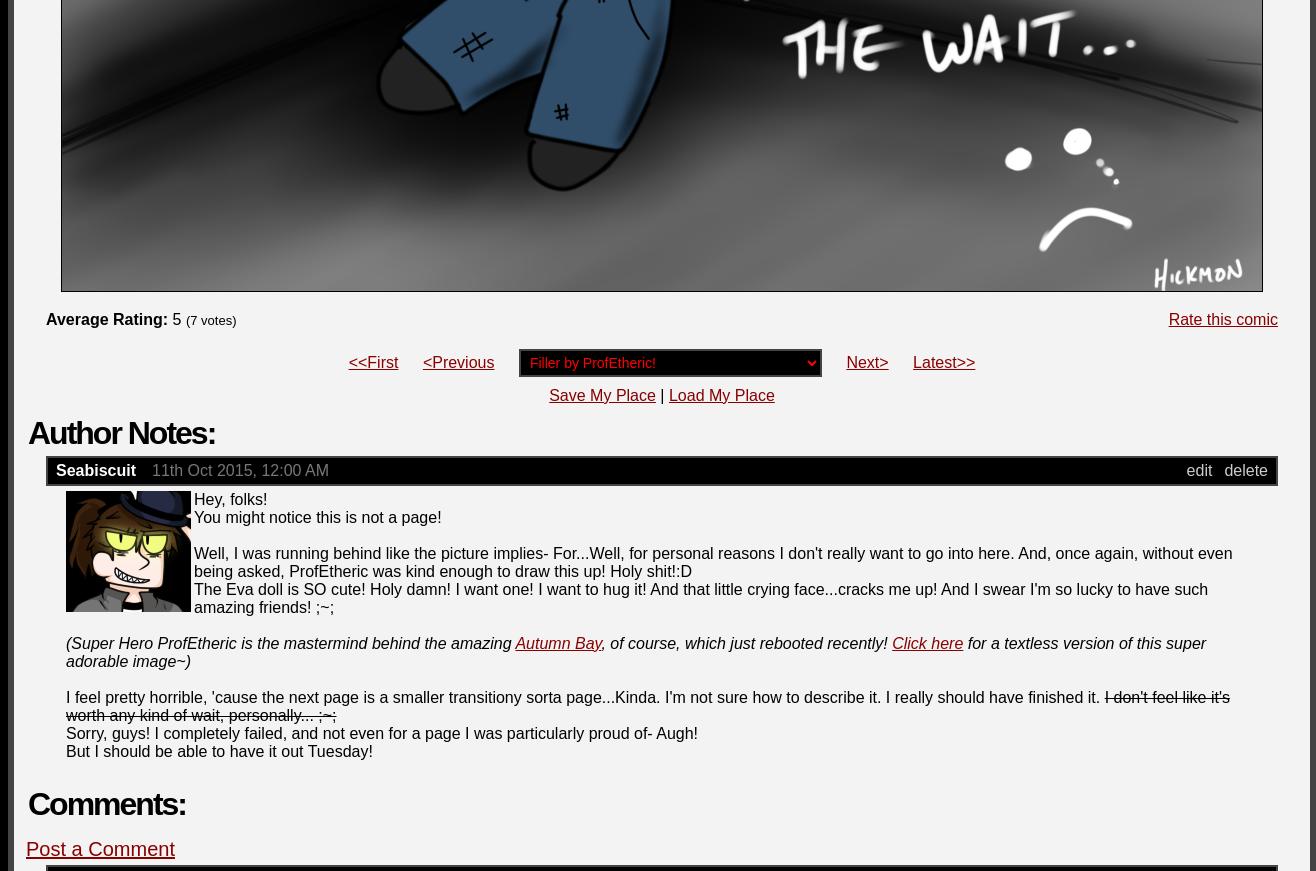 Image resolution: width=1316 pixels, height=871 pixels. What do you see at coordinates (701, 597) in the screenshot?
I see `'The Eva doll is SO cute! Holy damn! I want one! I want to hug it! And that little crying face...cracks me up! And I swear I'm so lucky to have such amazing friends! ;~;'` at bounding box center [701, 597].